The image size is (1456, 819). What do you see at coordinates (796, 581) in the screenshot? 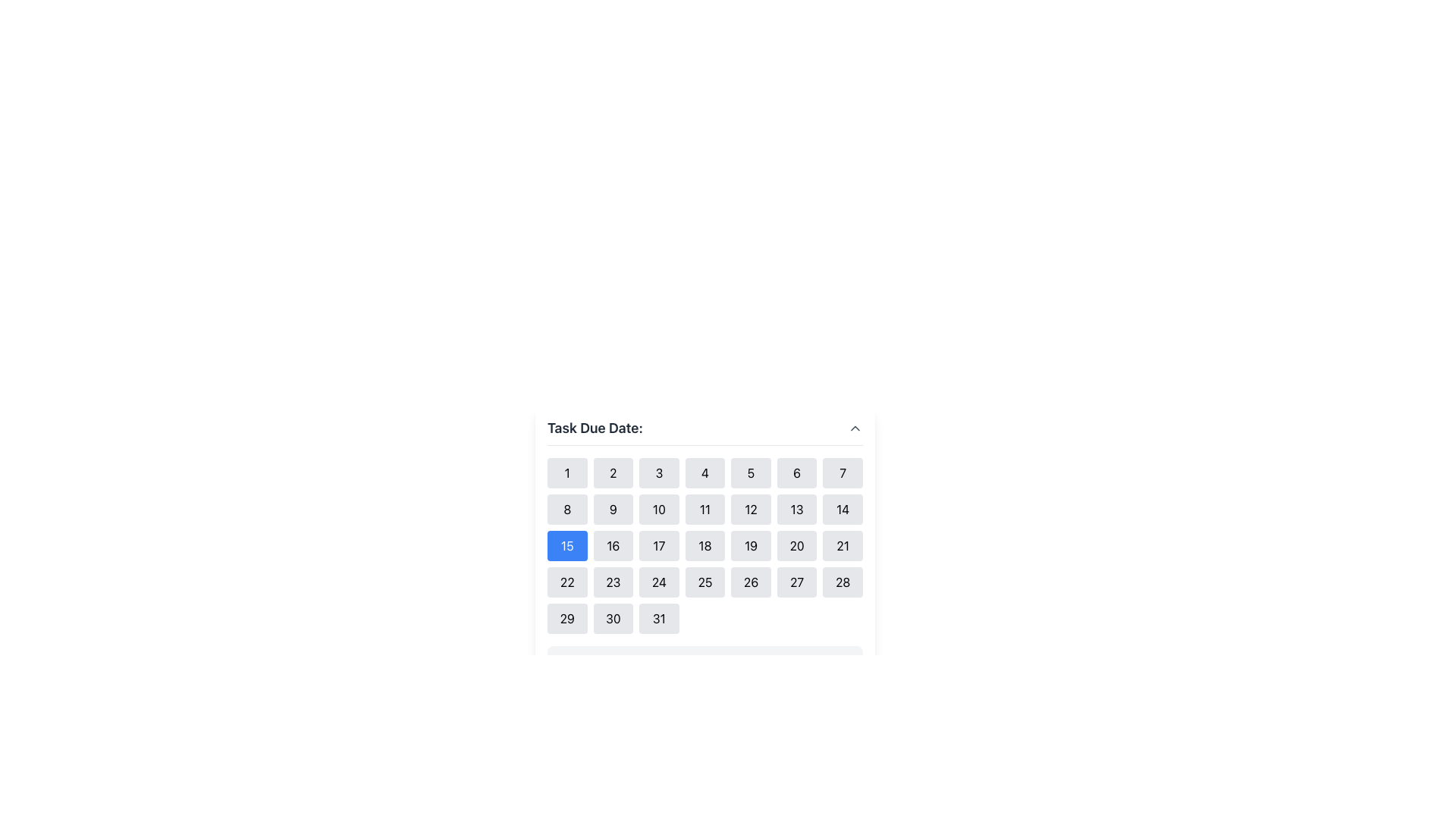
I see `the button labeled '27' with a light gray background and rounded corners, located in the bottom-right section of a grid layout` at bounding box center [796, 581].